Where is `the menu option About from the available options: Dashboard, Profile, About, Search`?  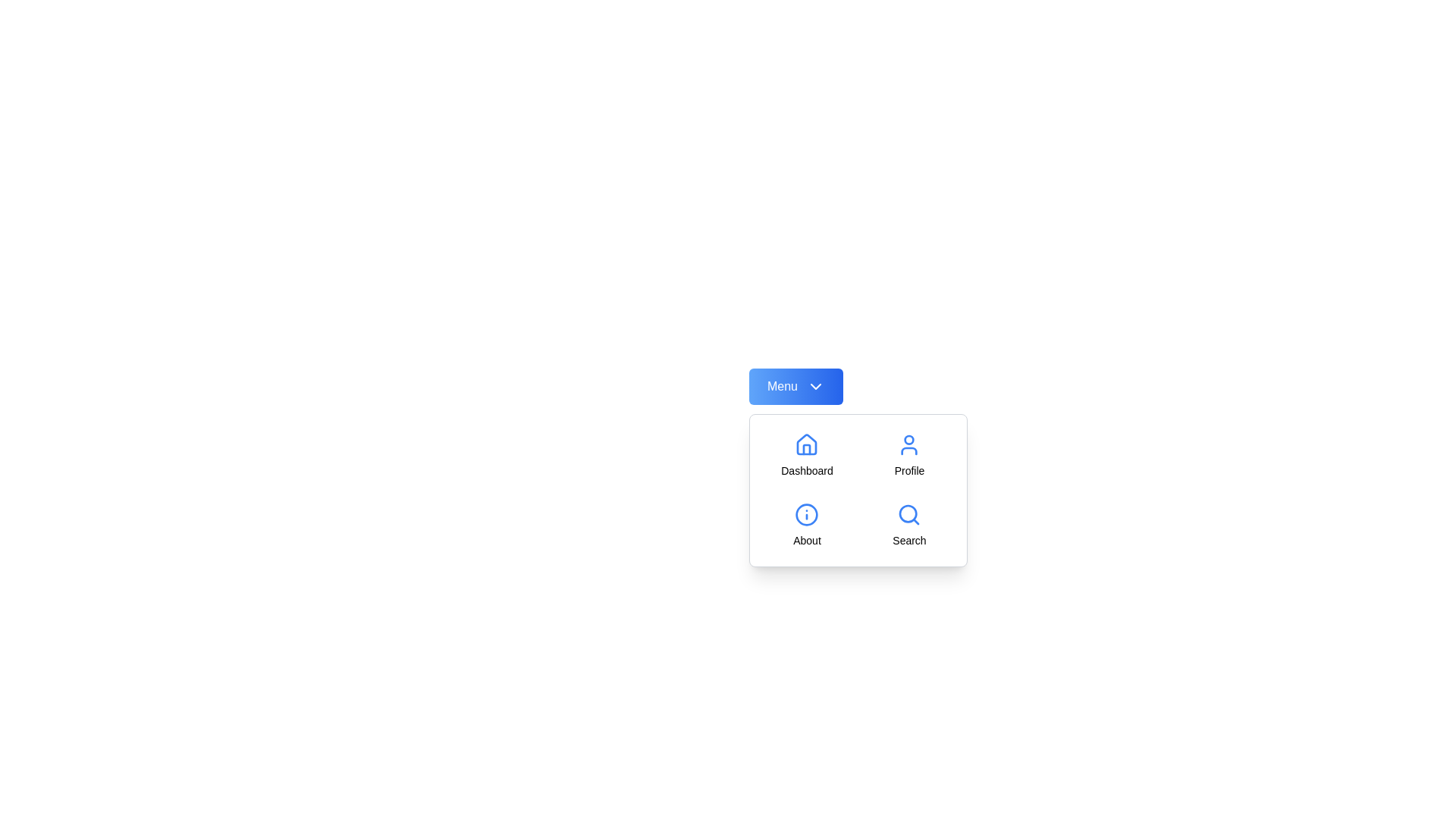 the menu option About from the available options: Dashboard, Profile, About, Search is located at coordinates (806, 525).